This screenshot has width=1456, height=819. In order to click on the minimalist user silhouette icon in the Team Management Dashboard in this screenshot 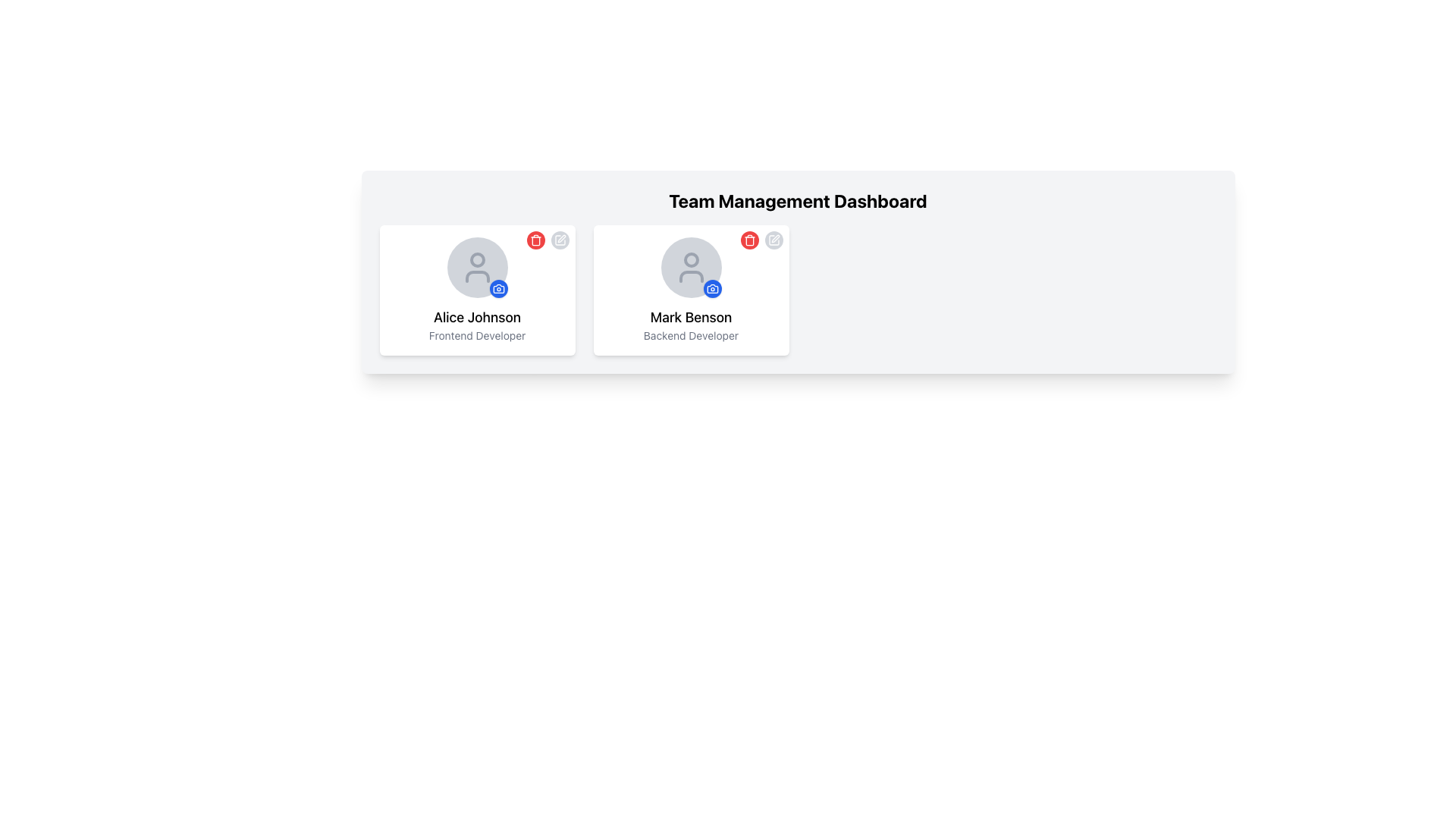, I will do `click(476, 267)`.